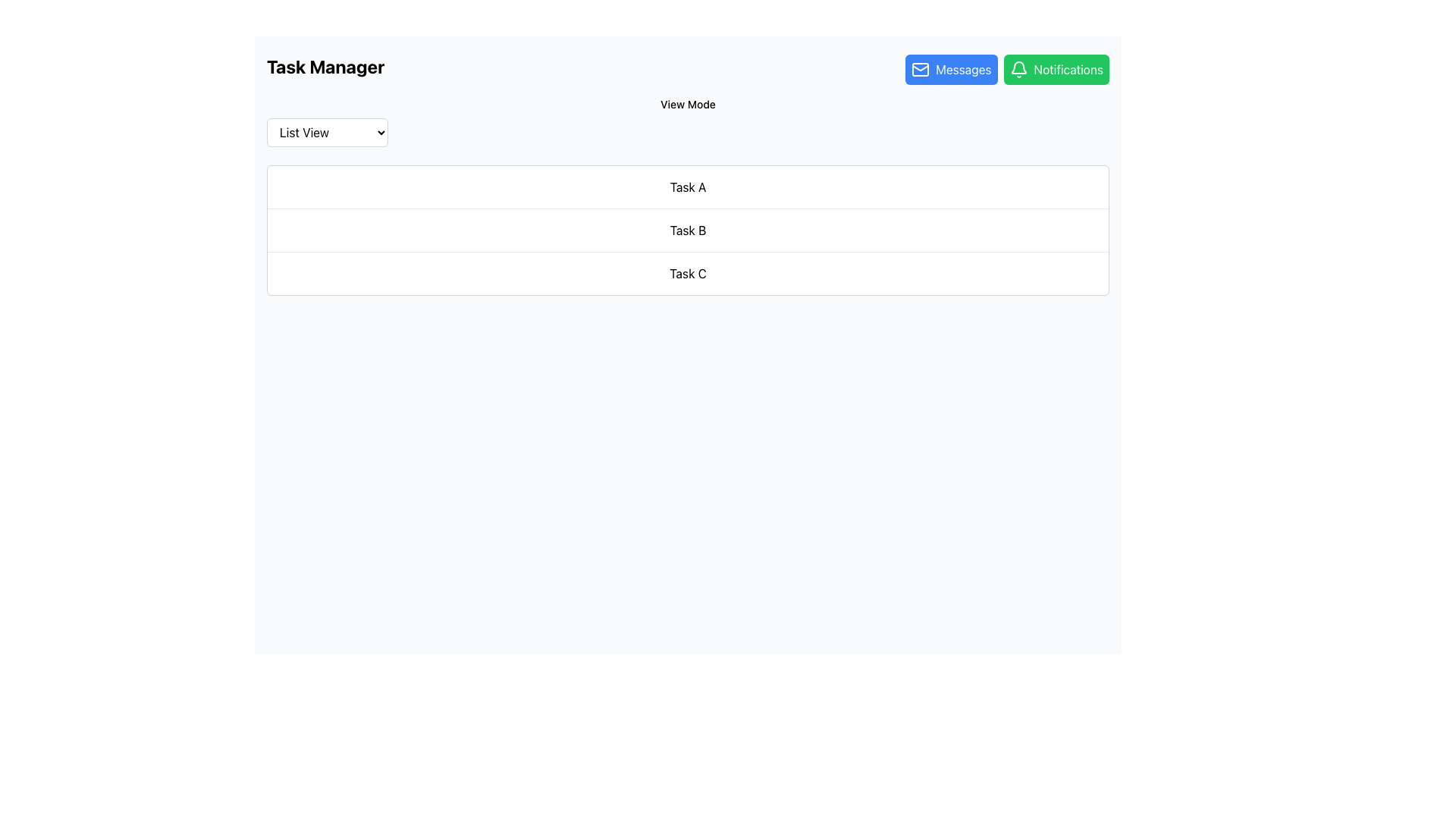 The width and height of the screenshot is (1456, 819). Describe the element at coordinates (687, 230) in the screenshot. I see `the static text row element labeled 'Task B', which is the second item in a vertical list of three items, styled with padding and a hover effect` at that location.